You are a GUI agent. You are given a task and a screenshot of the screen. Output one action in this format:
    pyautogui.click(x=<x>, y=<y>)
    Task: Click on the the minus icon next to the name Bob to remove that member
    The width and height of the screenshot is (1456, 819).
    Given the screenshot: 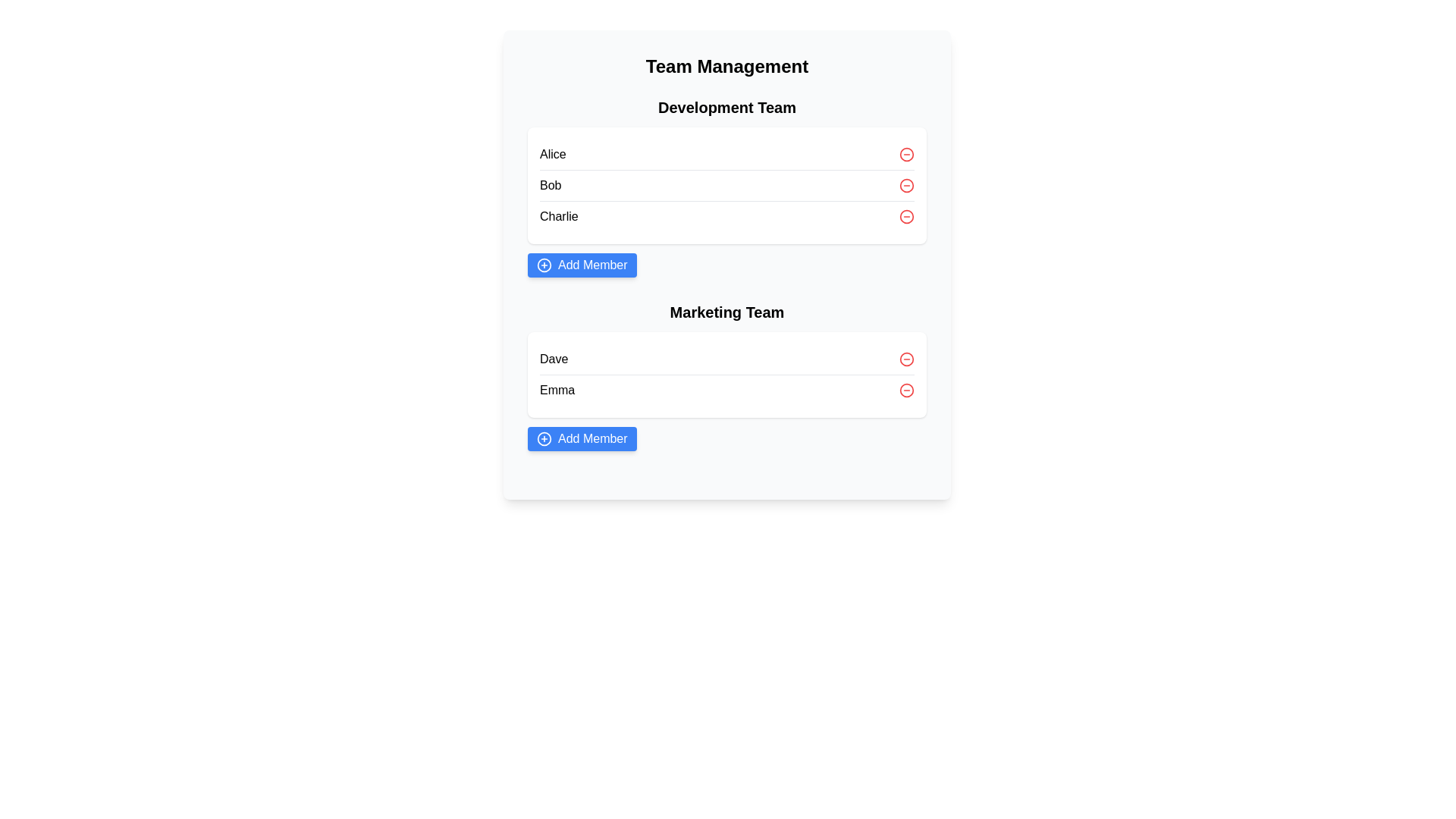 What is the action you would take?
    pyautogui.click(x=906, y=185)
    